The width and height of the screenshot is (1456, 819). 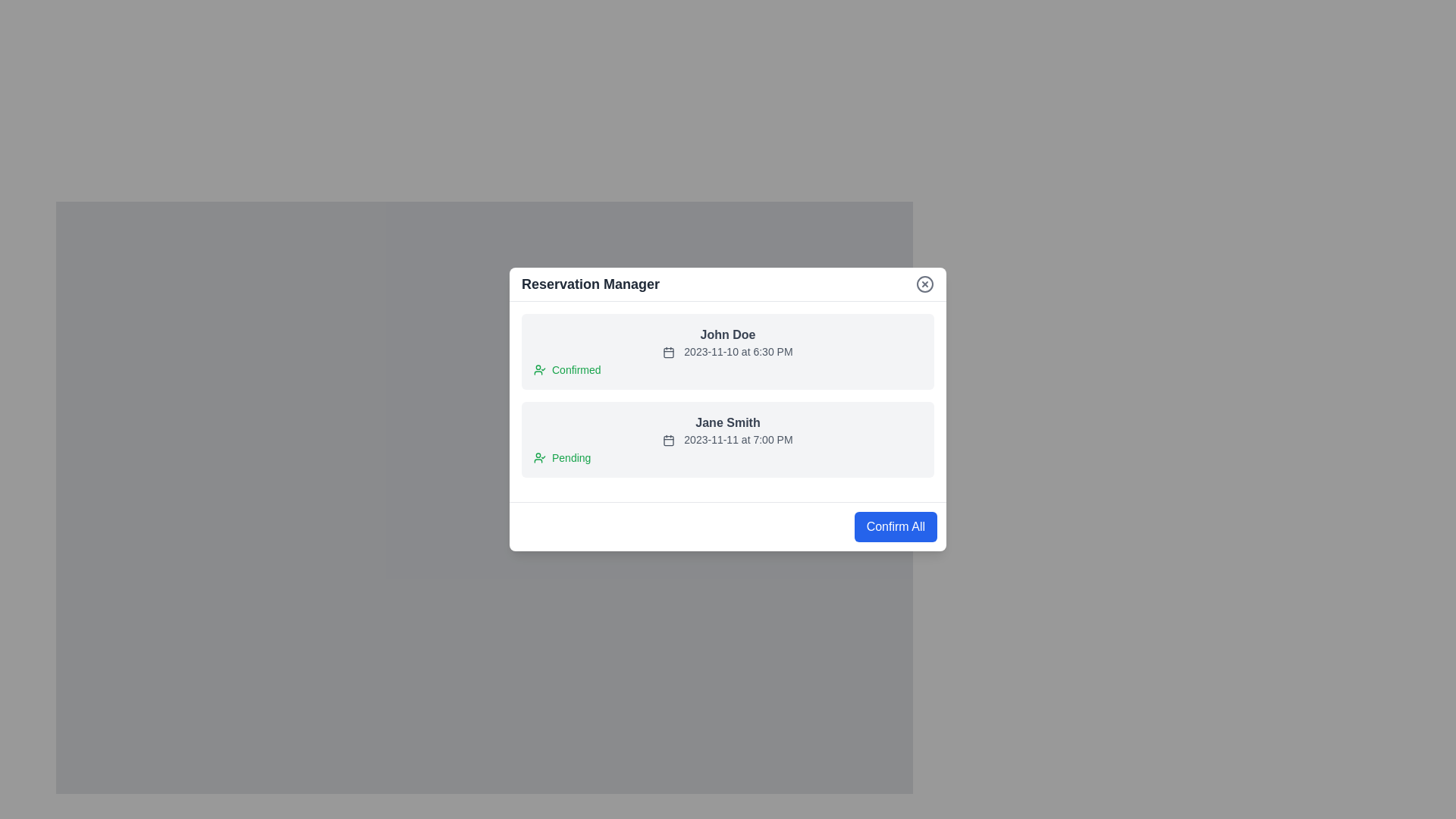 I want to click on the square icon with rounded edges located next to the 'Jane Smith' entry in the 'Reservation Manager' list, so click(x=668, y=441).